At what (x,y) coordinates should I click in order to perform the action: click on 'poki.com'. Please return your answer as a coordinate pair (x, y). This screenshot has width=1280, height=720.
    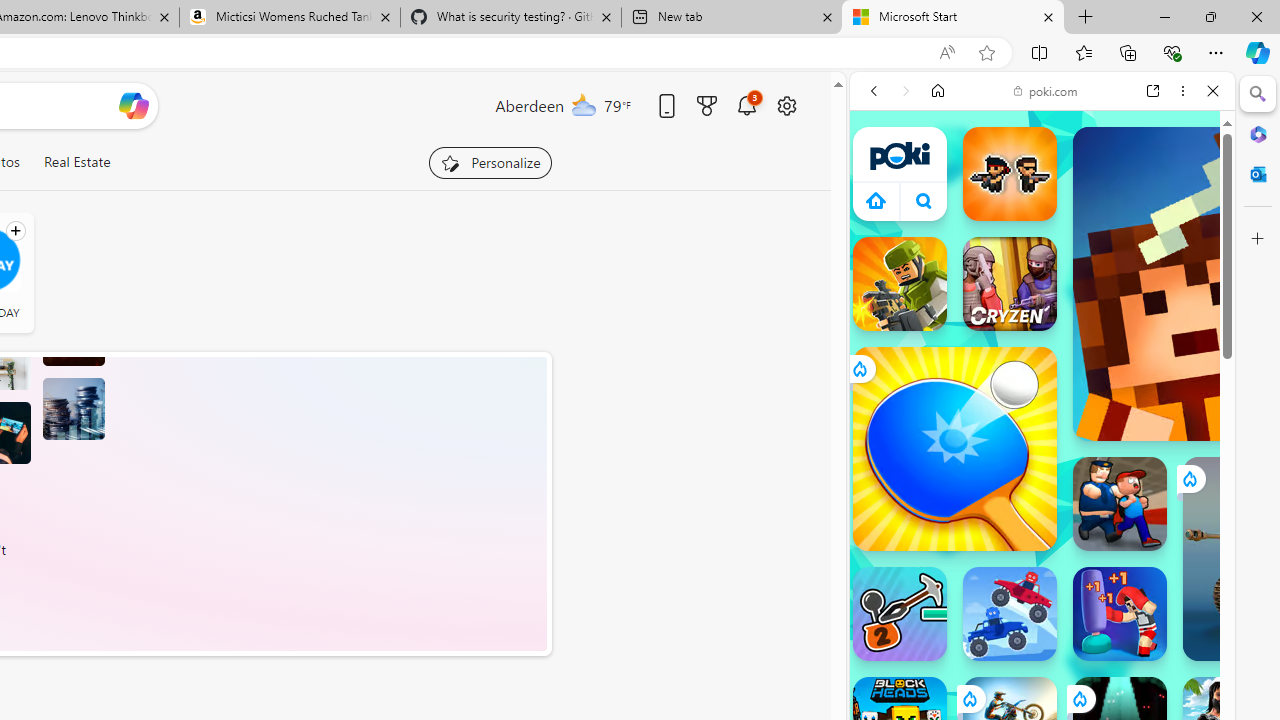
    Looking at the image, I should click on (1045, 91).